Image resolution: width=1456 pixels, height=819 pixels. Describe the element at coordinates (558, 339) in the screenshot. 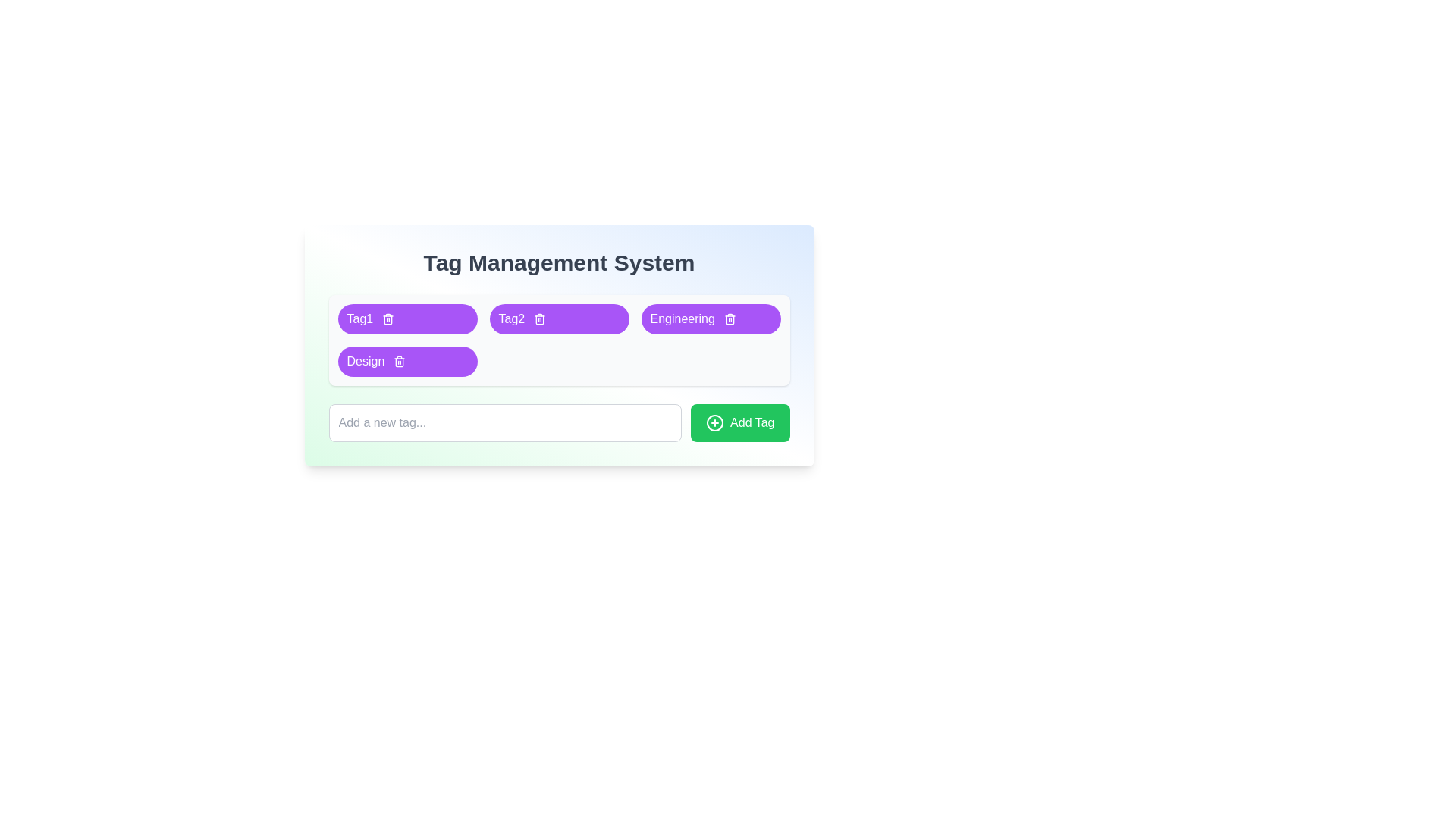

I see `the tags displayed in the 'Tag Management System' section, which showcases individual tags with options for interaction` at that location.